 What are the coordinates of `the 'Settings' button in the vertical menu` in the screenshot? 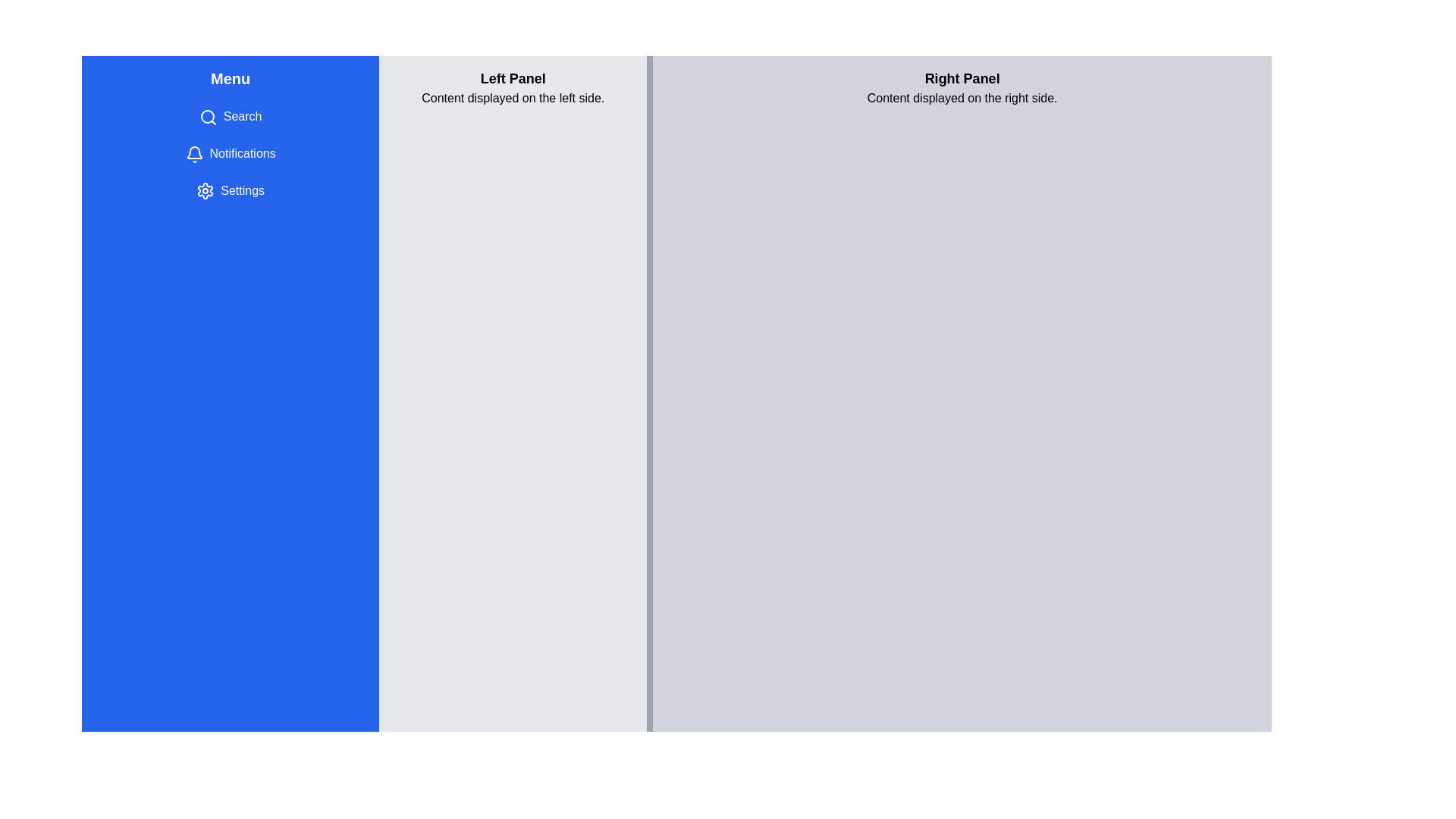 It's located at (229, 189).